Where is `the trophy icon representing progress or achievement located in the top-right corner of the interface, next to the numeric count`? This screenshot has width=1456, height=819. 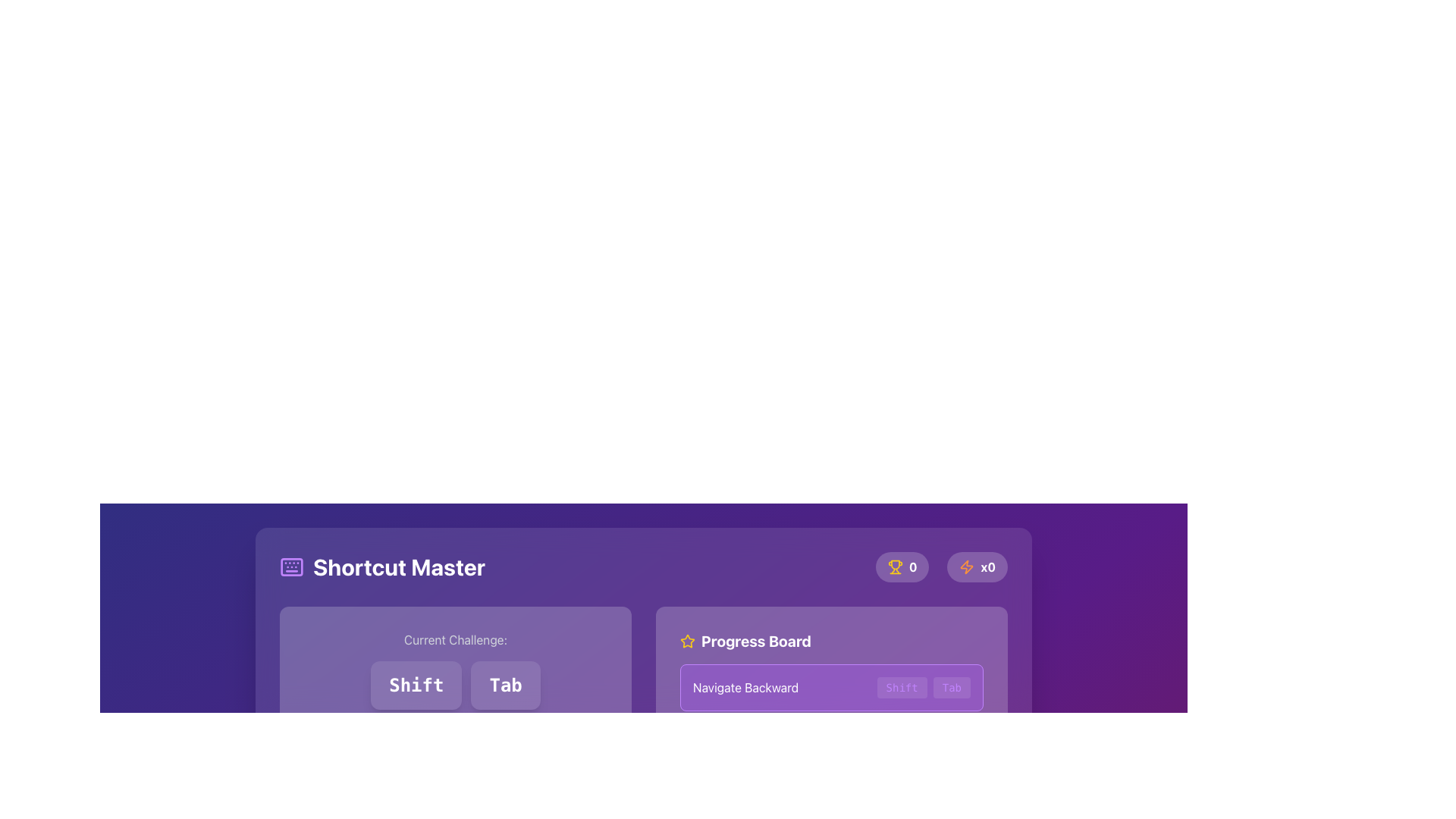 the trophy icon representing progress or achievement located in the top-right corner of the interface, next to the numeric count is located at coordinates (895, 567).